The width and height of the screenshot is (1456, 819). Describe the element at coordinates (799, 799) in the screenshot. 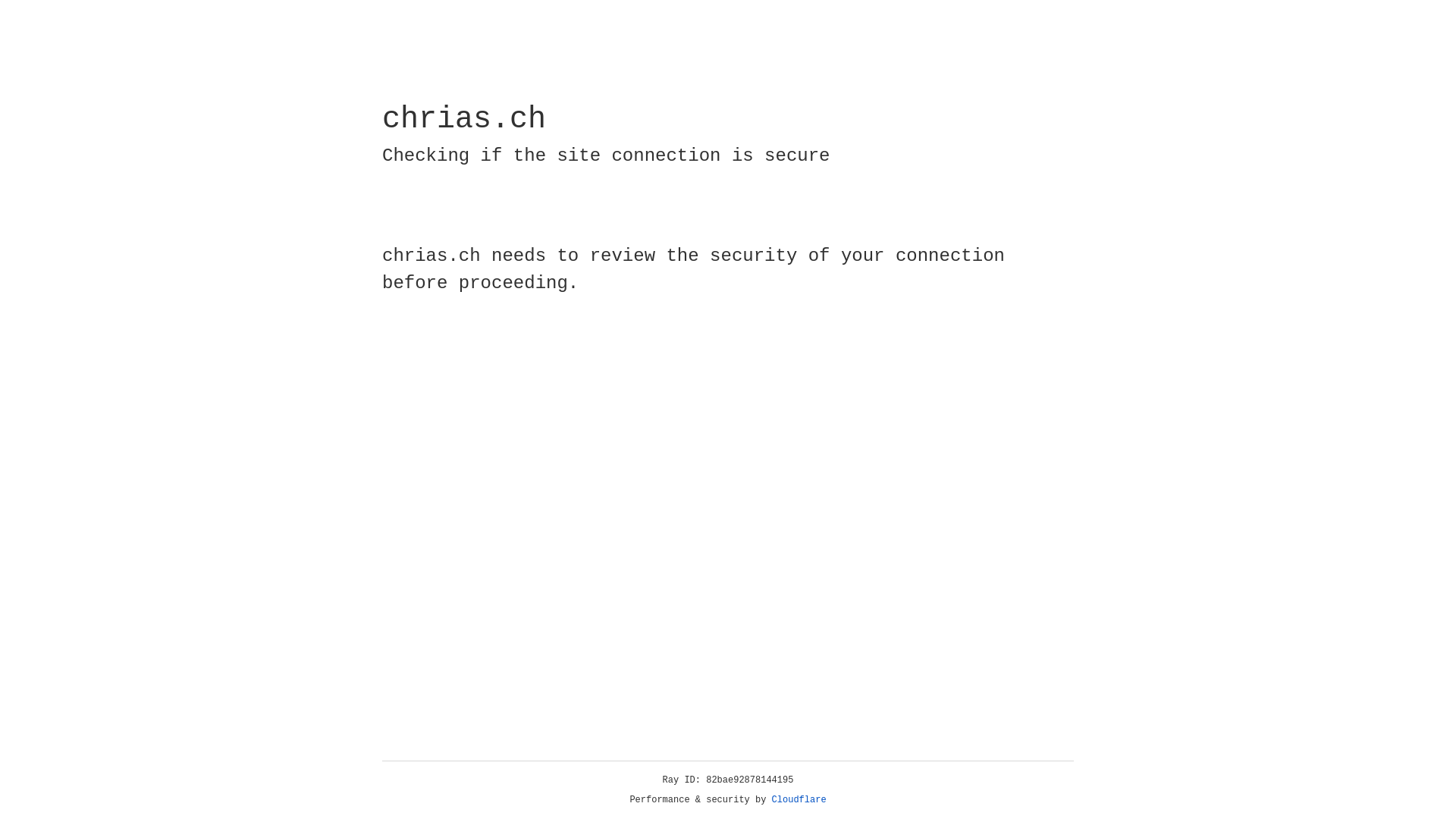

I see `'Cloudflare'` at that location.